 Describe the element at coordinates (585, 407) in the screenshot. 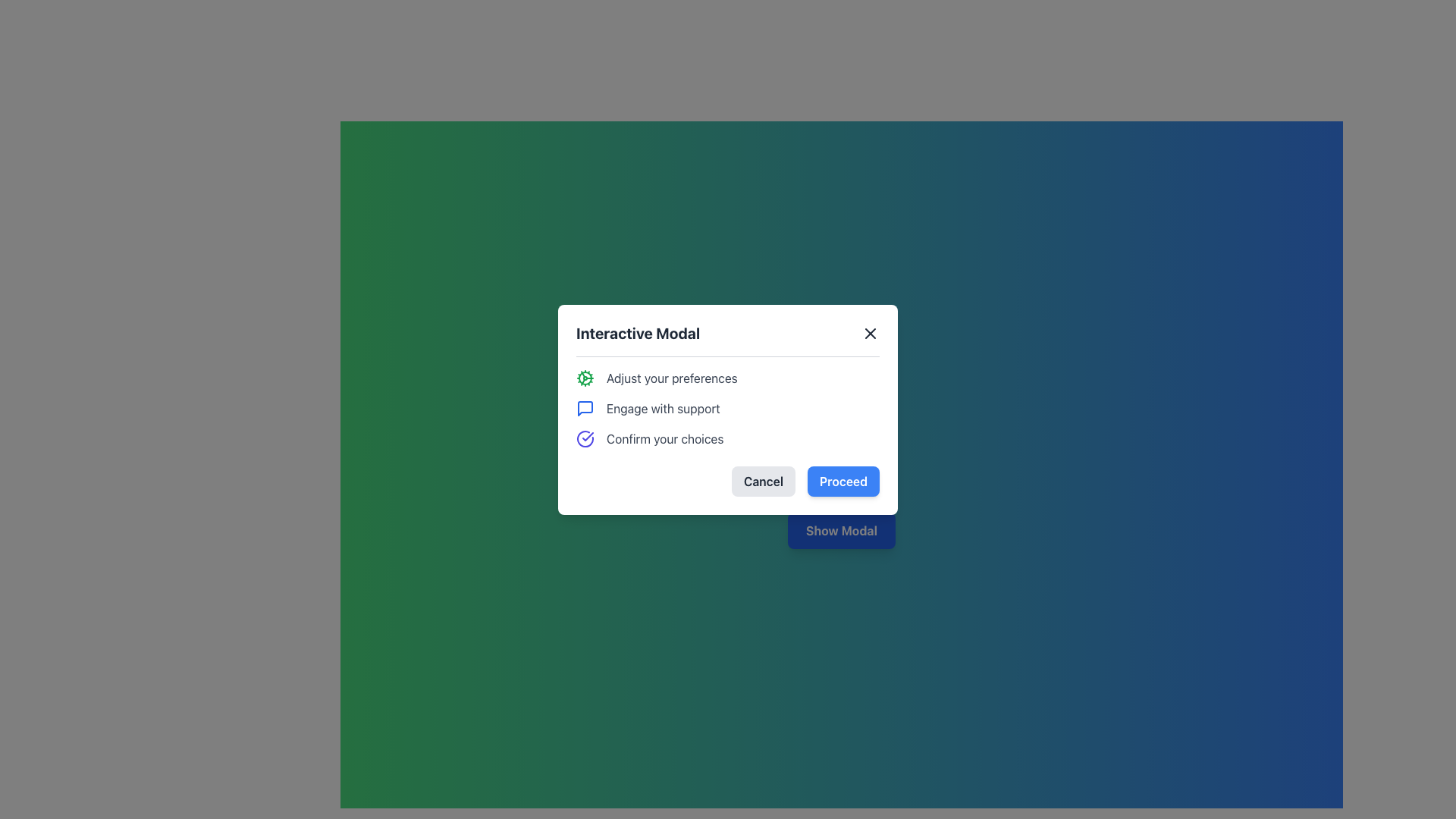

I see `the 'Engage with support' icon, which serves as a visual cue for messaging or communication within the modal interface` at that location.